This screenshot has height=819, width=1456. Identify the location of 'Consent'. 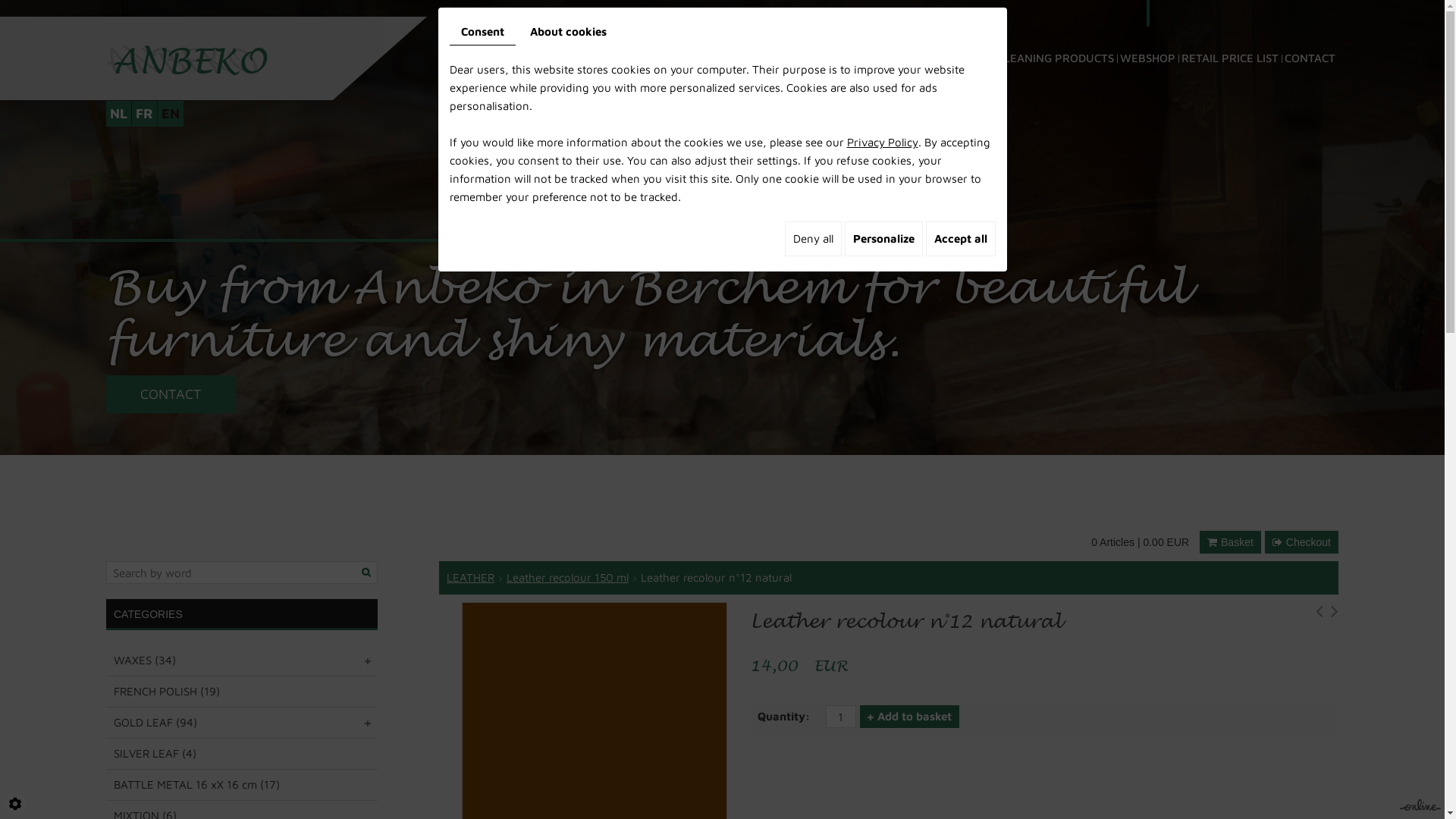
(447, 32).